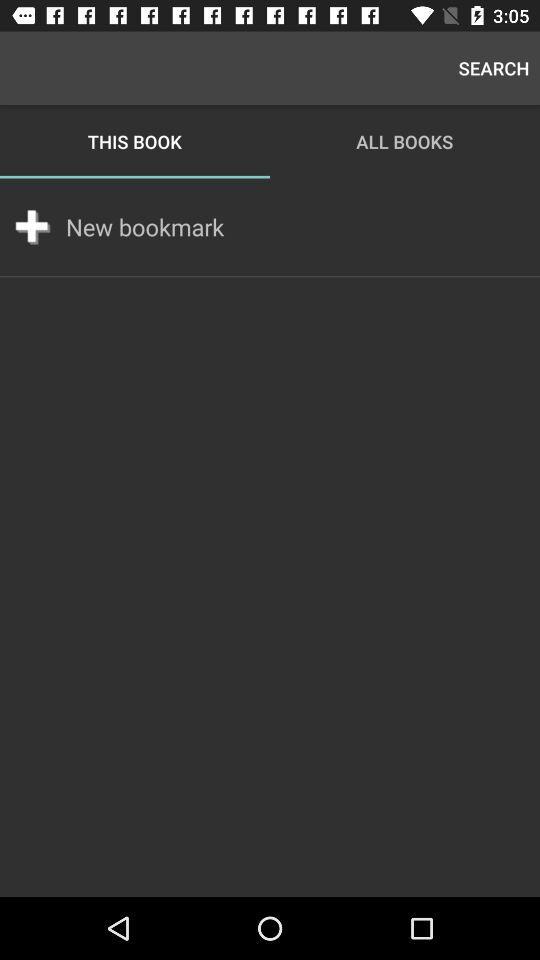  What do you see at coordinates (493, 68) in the screenshot?
I see `the item above all books item` at bounding box center [493, 68].